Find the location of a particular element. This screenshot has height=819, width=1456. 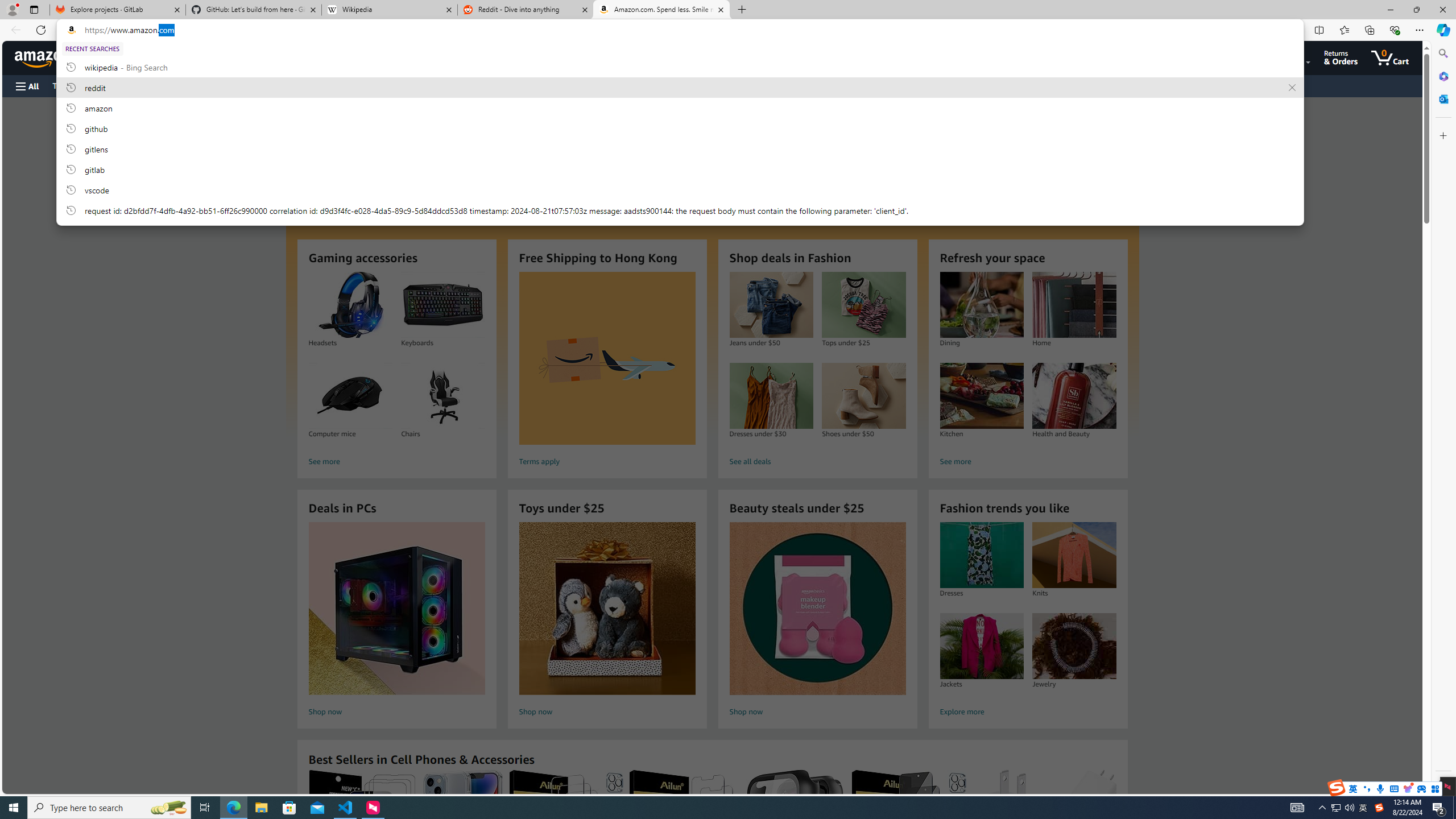

'Skip to main content' is located at coordinates (48, 56).